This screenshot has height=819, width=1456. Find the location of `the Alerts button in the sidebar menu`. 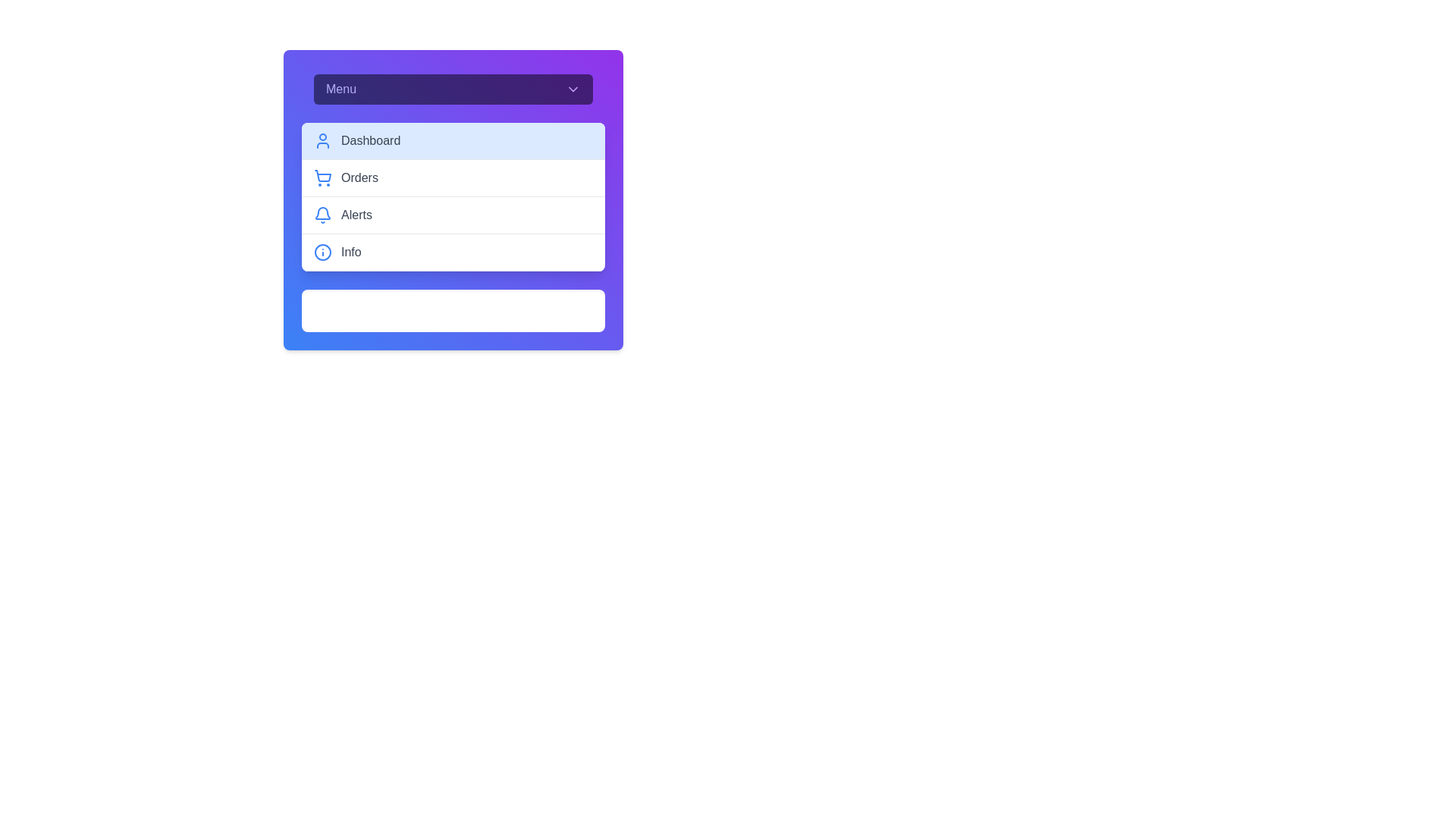

the Alerts button in the sidebar menu is located at coordinates (453, 215).